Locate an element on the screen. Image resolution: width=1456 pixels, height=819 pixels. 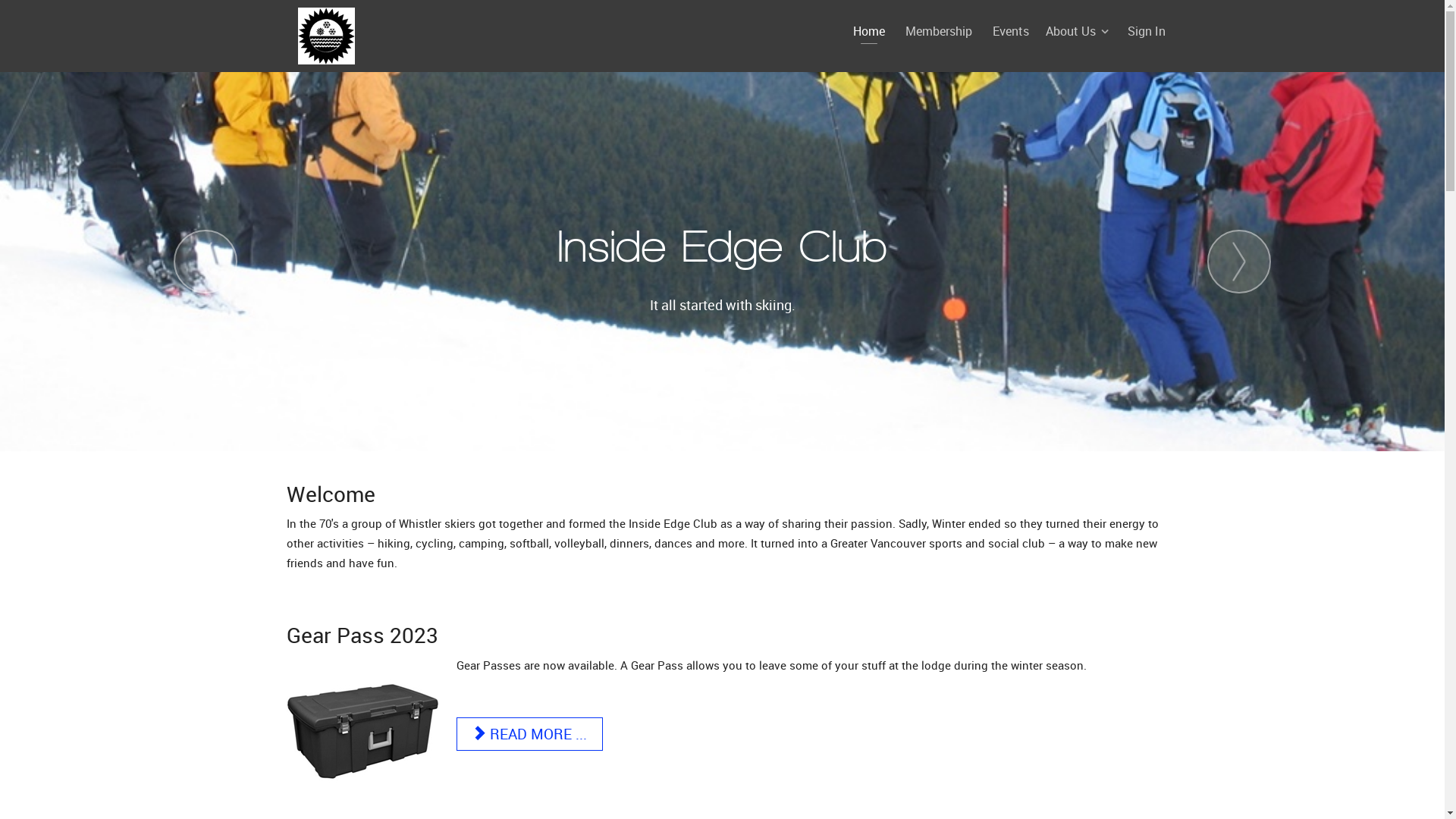
'Home' is located at coordinates (868, 31).